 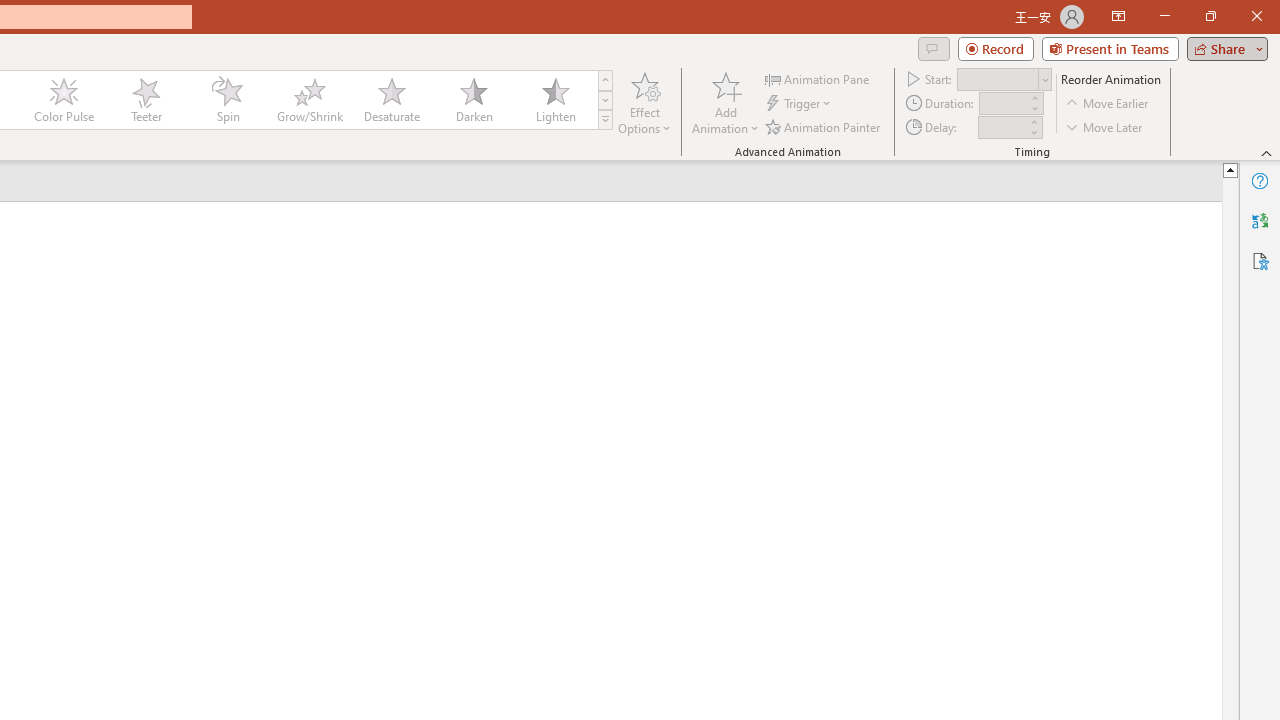 I want to click on 'Move Later', so click(x=1104, y=127).